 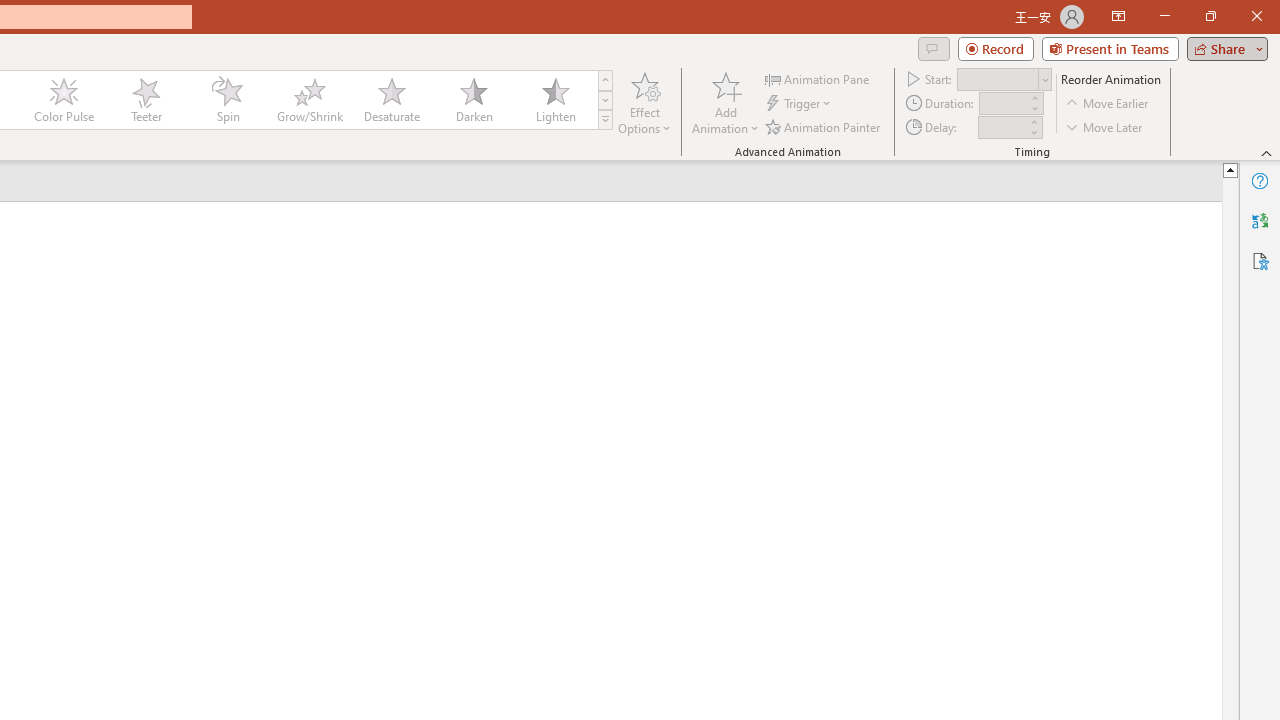 I want to click on 'Move Later', so click(x=1104, y=127).